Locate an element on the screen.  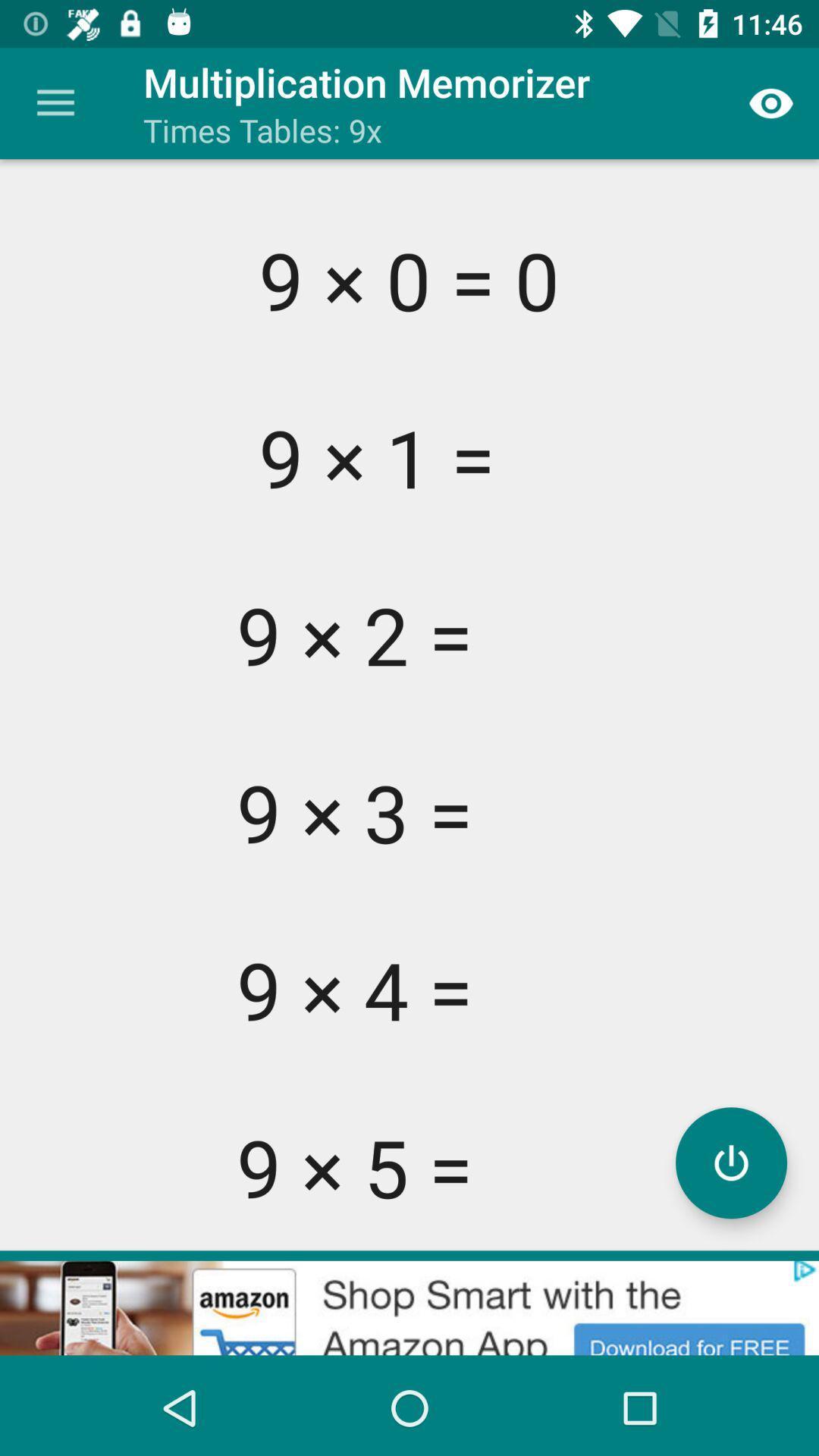
poweroff option is located at coordinates (730, 1162).